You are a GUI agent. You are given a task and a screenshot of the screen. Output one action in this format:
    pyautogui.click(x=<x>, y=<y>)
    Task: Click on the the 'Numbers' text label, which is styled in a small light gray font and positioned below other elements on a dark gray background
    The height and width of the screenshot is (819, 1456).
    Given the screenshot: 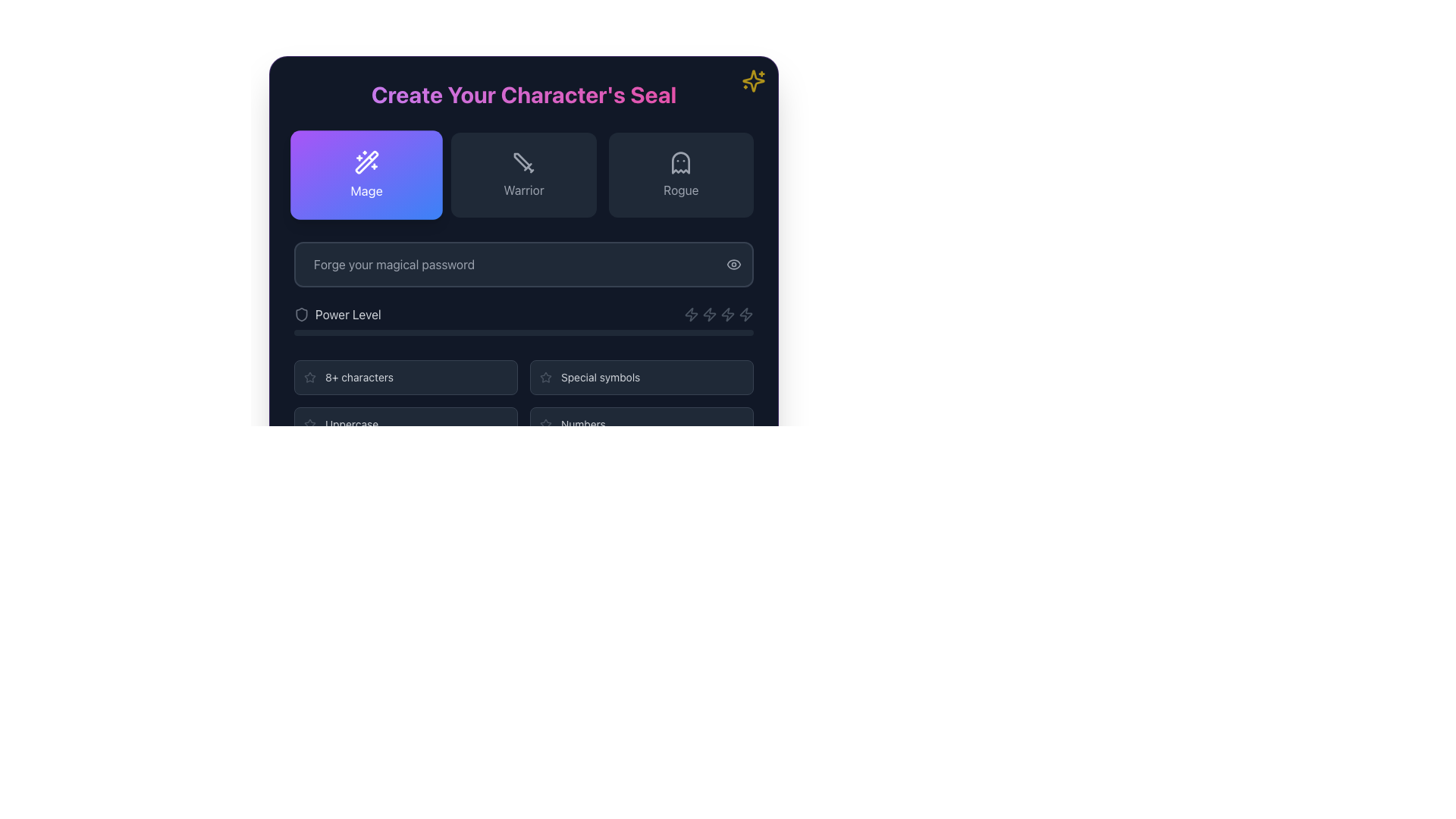 What is the action you would take?
    pyautogui.click(x=582, y=424)
    